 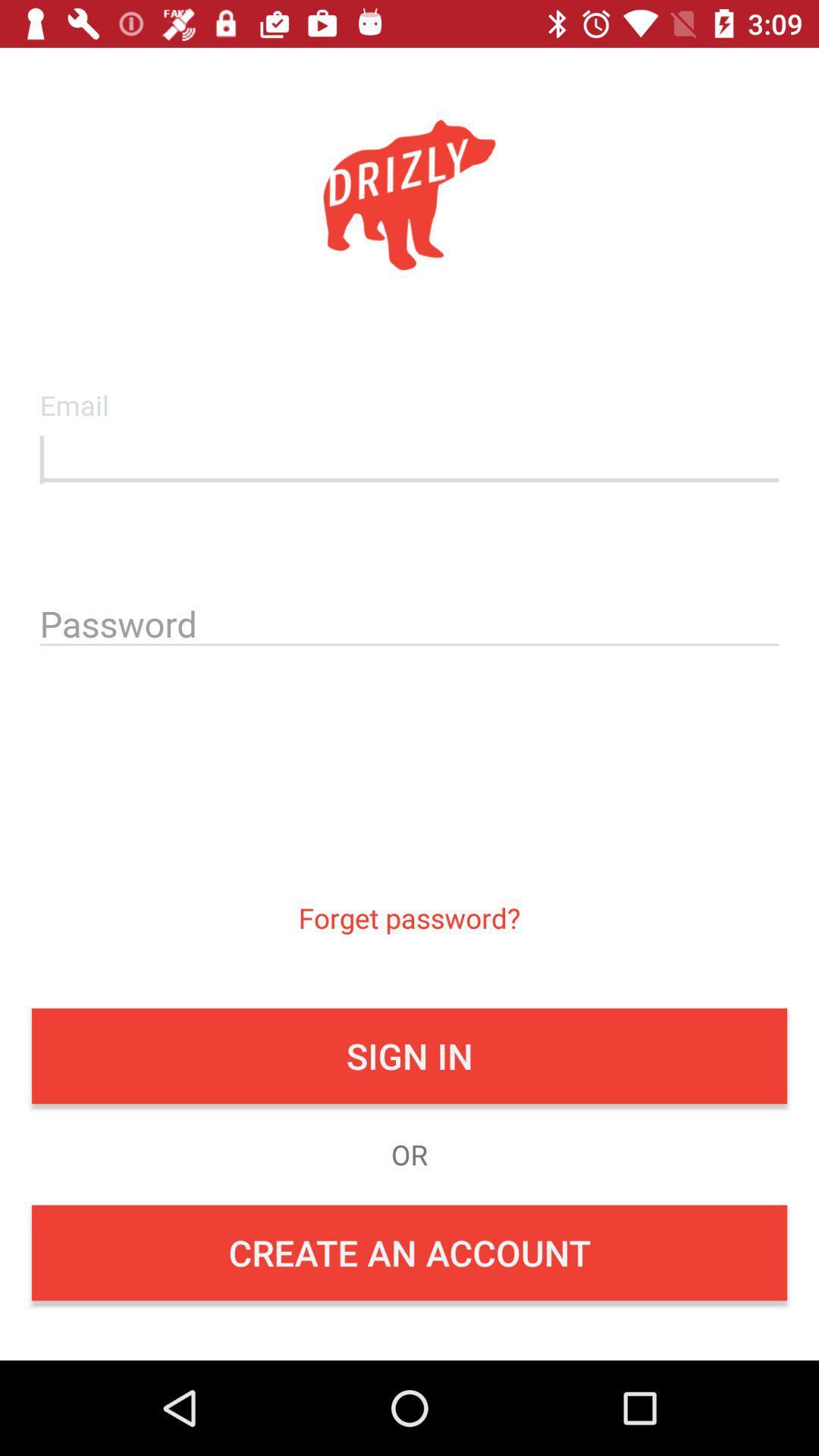 I want to click on a place to enter your password, so click(x=409, y=621).